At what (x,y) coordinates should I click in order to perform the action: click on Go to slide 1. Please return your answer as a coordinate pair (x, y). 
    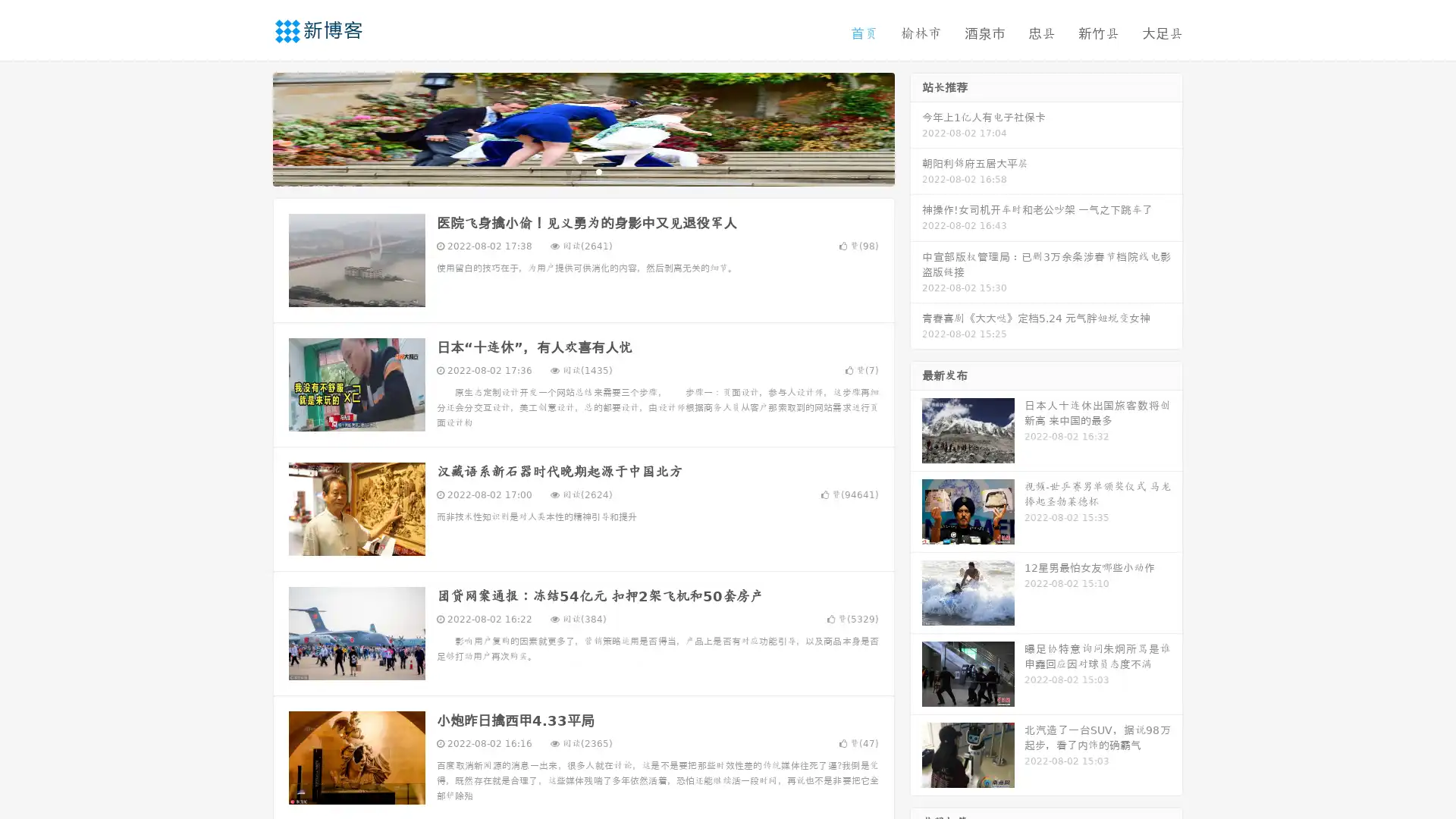
    Looking at the image, I should click on (567, 171).